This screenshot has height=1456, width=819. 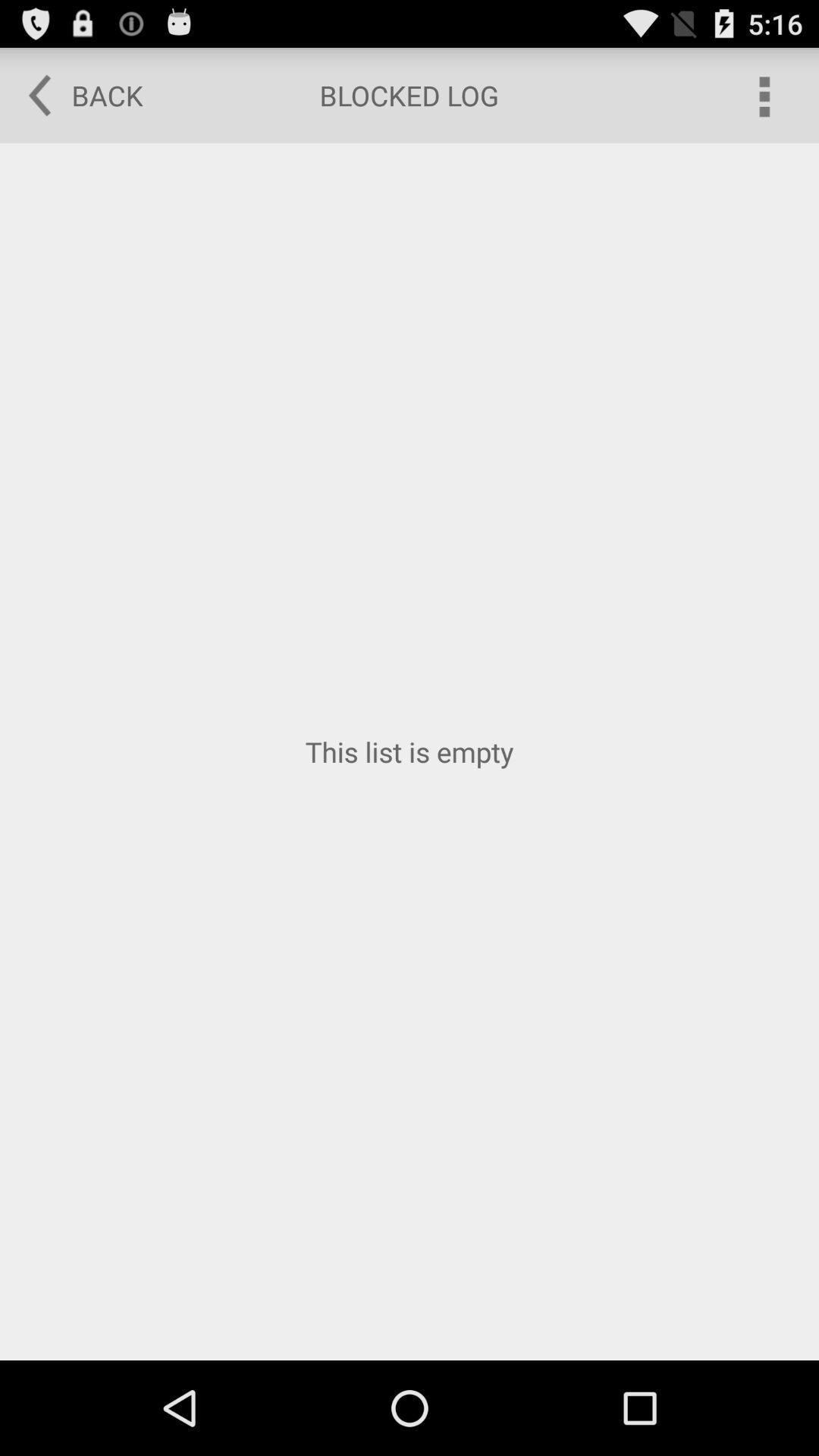 What do you see at coordinates (763, 94) in the screenshot?
I see `the icon at the top right corner` at bounding box center [763, 94].